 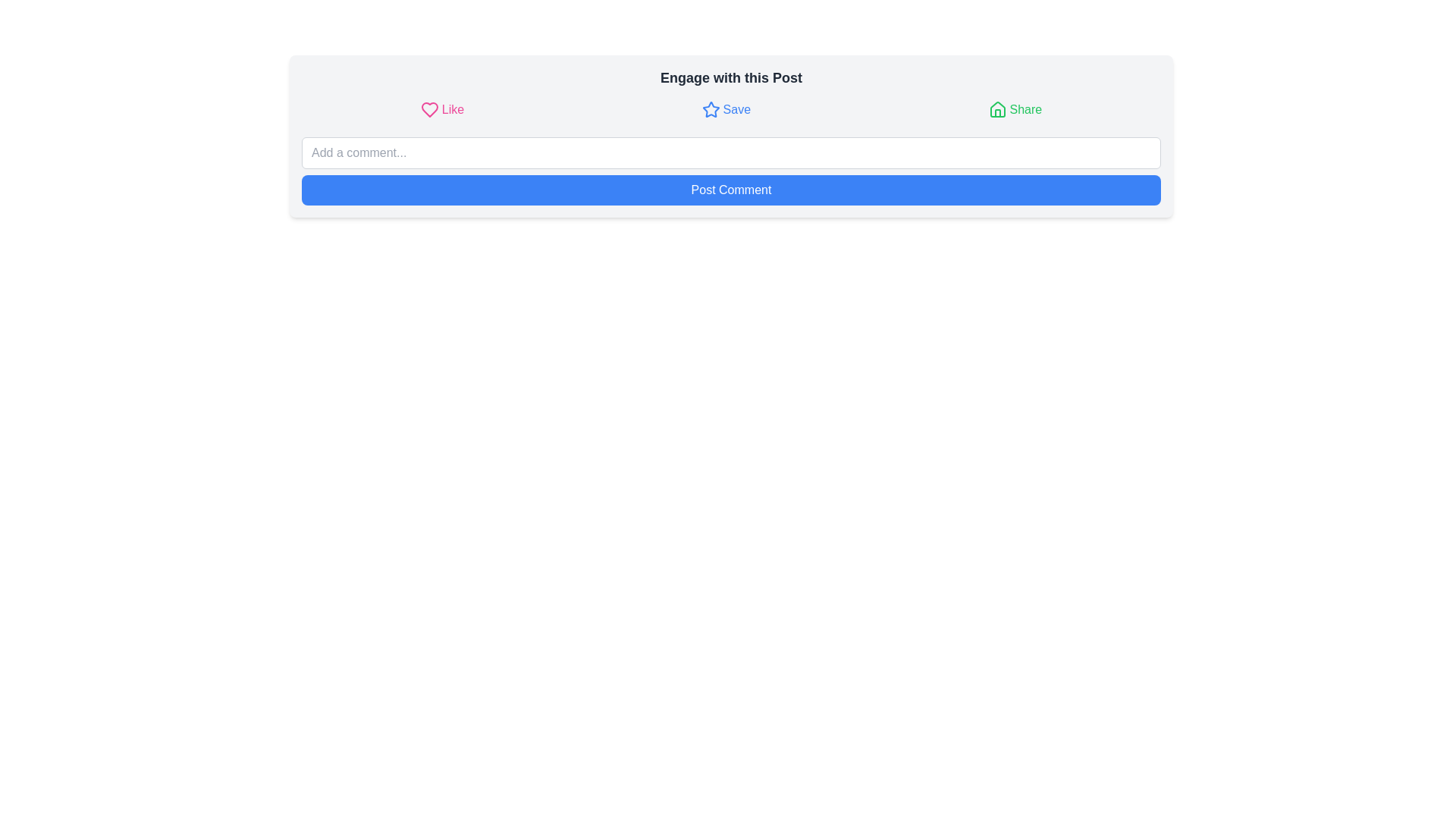 What do you see at coordinates (710, 109) in the screenshot?
I see `the star-shaped icon with a blue outline located next to the word 'Save'` at bounding box center [710, 109].